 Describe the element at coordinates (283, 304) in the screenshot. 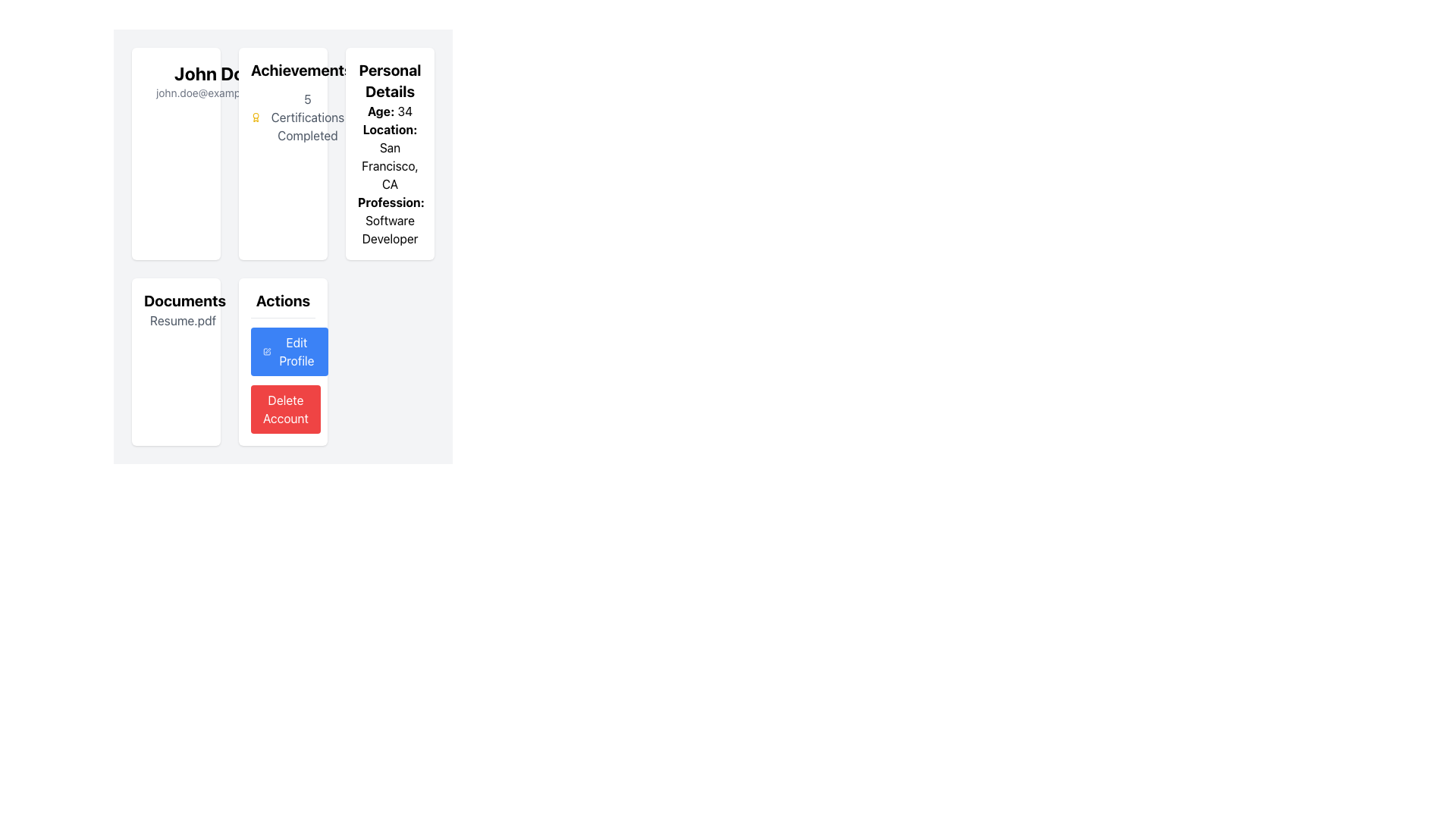

I see `the prominently styled header displaying the text 'Actions', which is bold and underlined, located at the top of a white rectangular section` at that location.